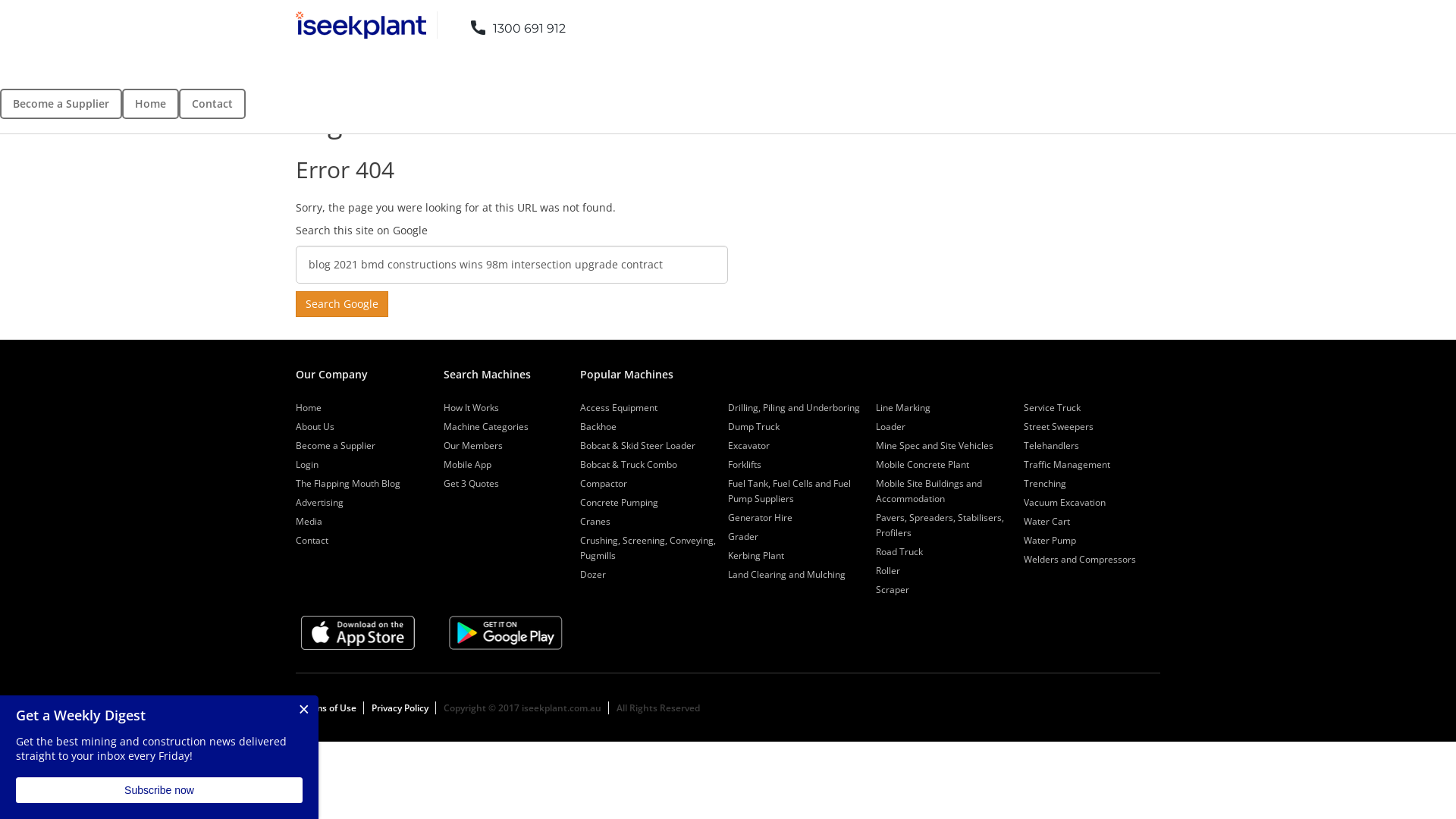 This screenshot has height=819, width=1456. What do you see at coordinates (748, 444) in the screenshot?
I see `'Excavator'` at bounding box center [748, 444].